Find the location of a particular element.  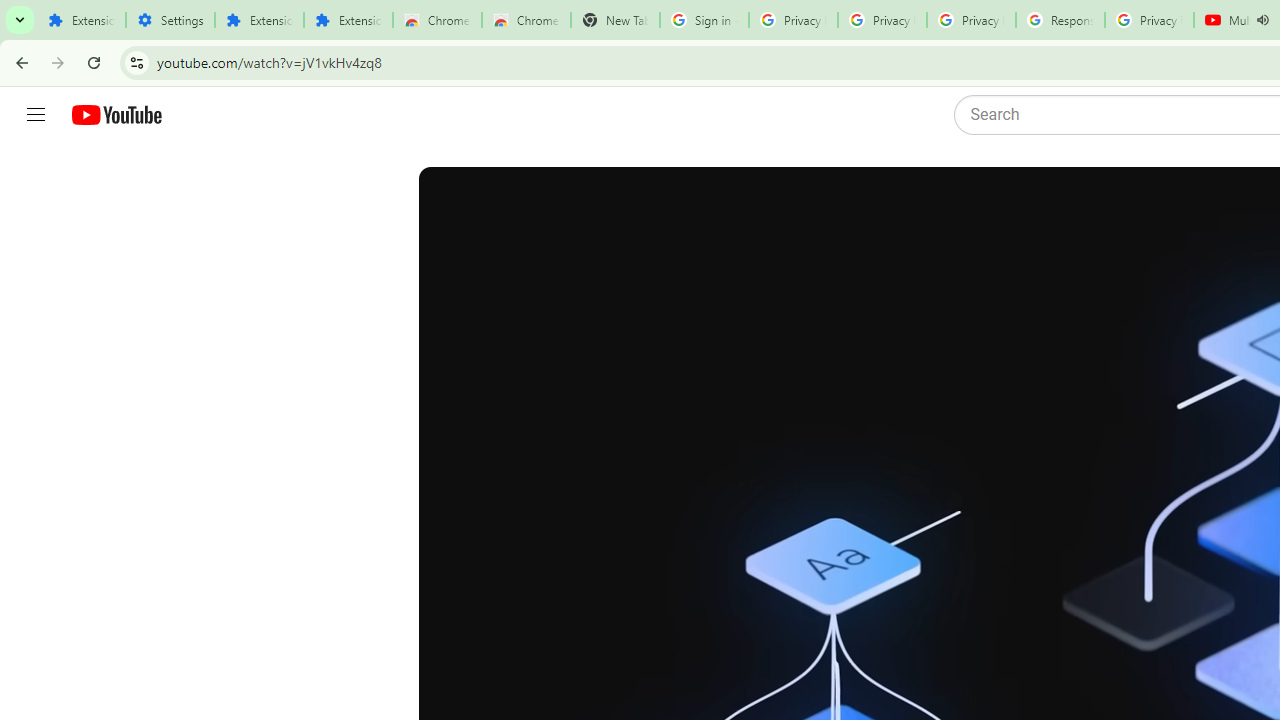

'YouTube Home' is located at coordinates (115, 115).